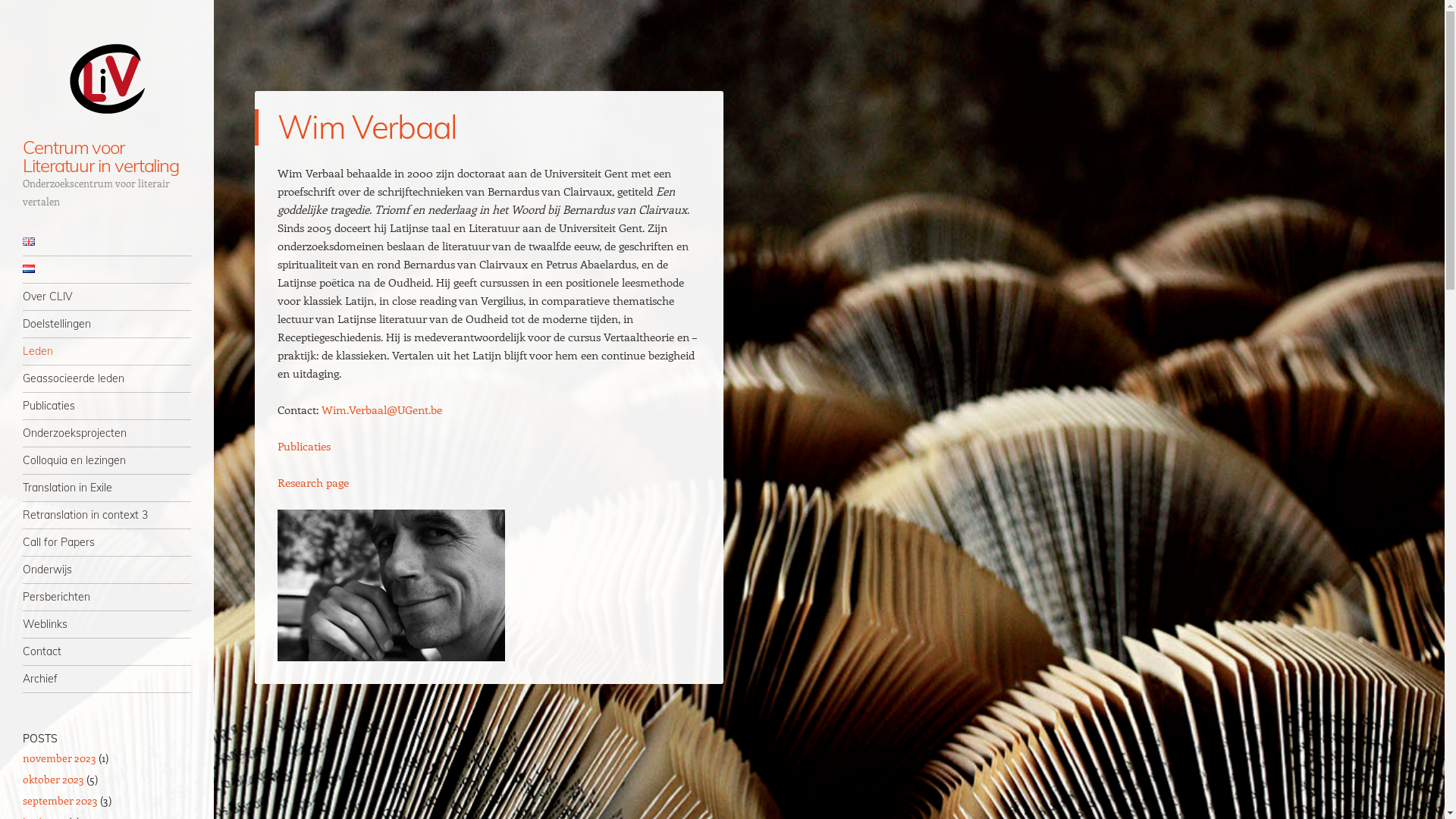  What do you see at coordinates (380, 409) in the screenshot?
I see `'Wim.Verbaal@UGent.be'` at bounding box center [380, 409].